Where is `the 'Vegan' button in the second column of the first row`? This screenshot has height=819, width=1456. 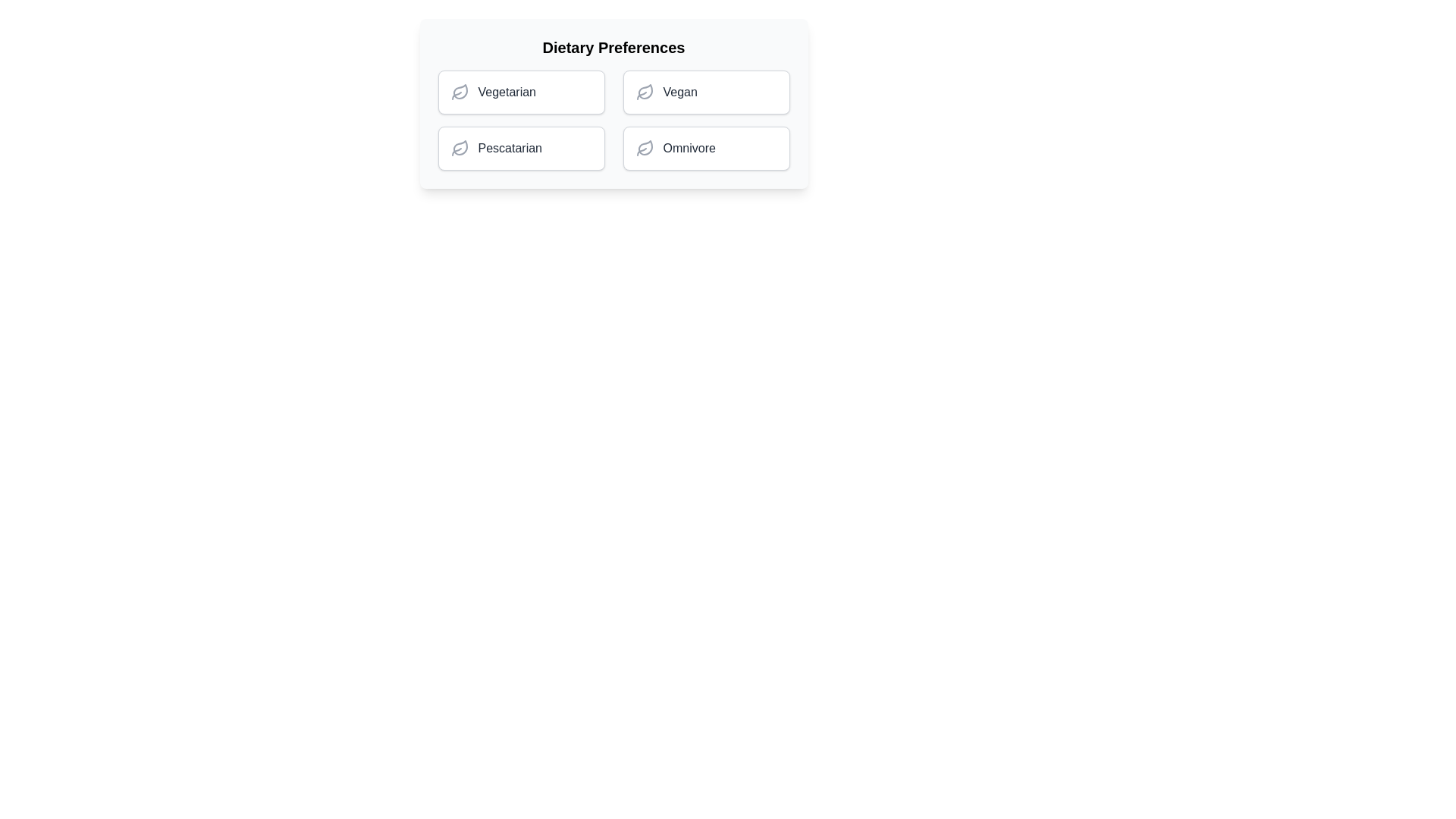
the 'Vegan' button in the second column of the first row is located at coordinates (705, 93).